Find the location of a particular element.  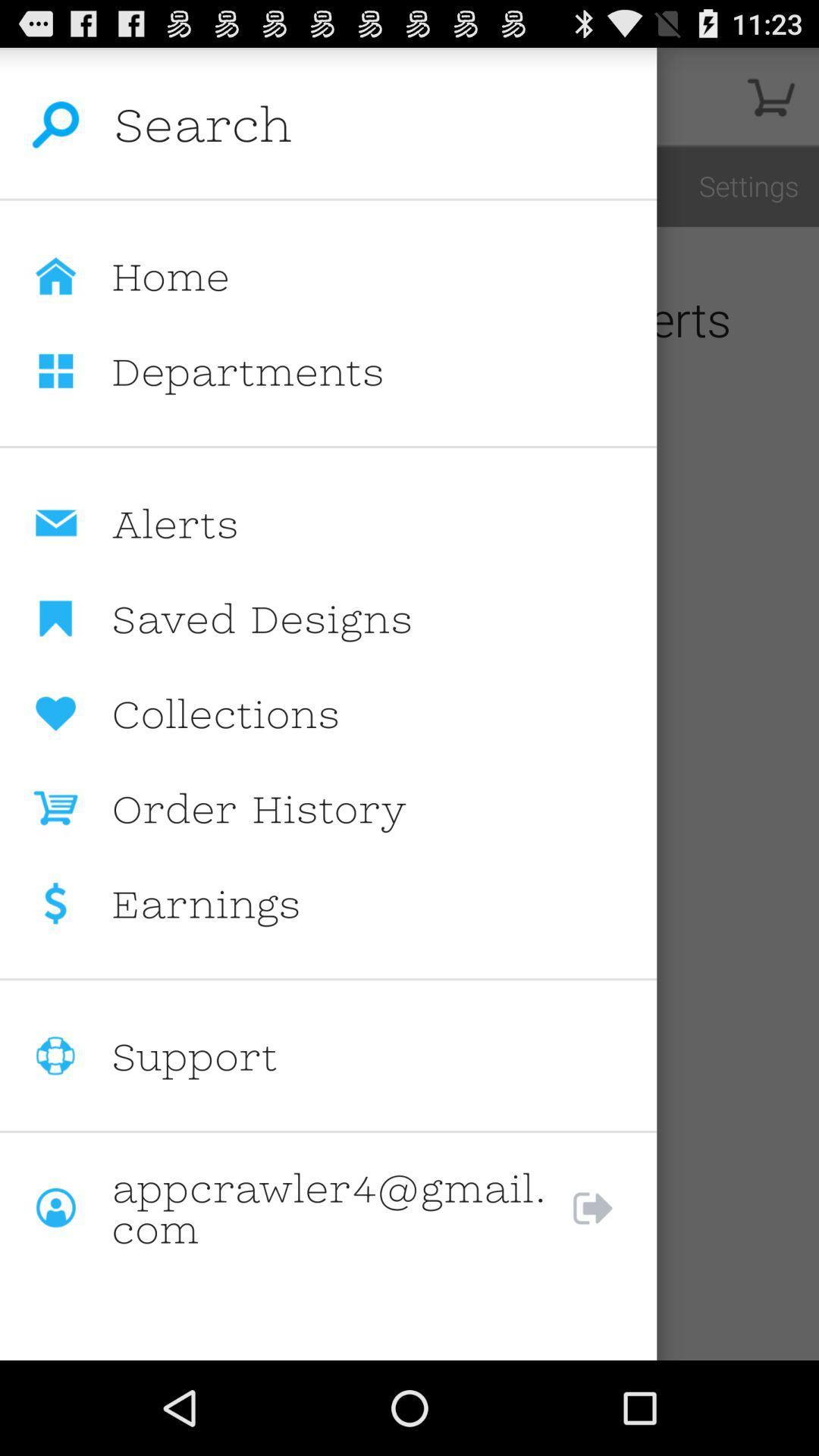

the cart icon is located at coordinates (771, 103).